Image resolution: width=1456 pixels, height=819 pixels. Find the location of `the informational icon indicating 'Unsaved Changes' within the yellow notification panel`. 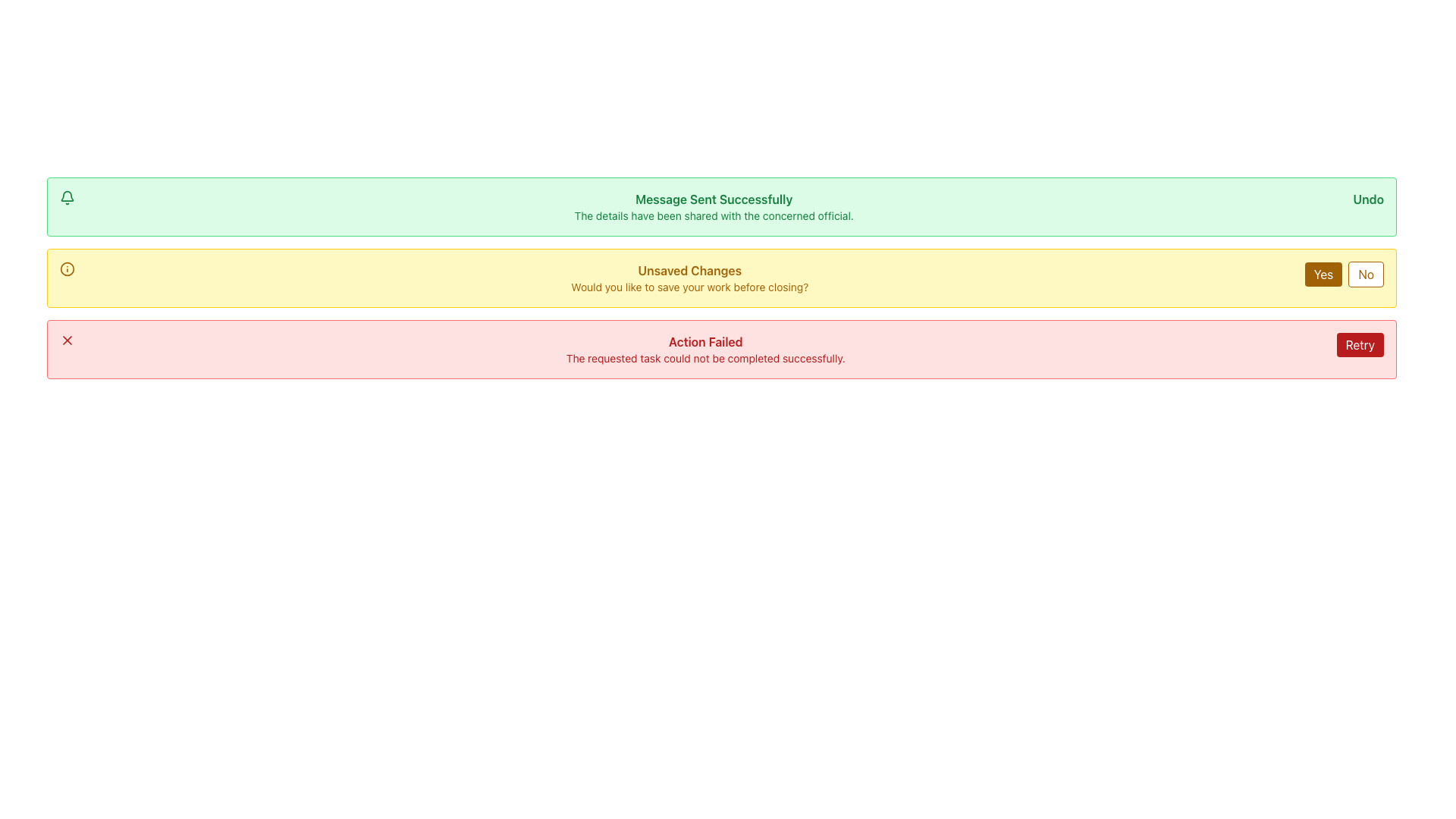

the informational icon indicating 'Unsaved Changes' within the yellow notification panel is located at coordinates (67, 268).